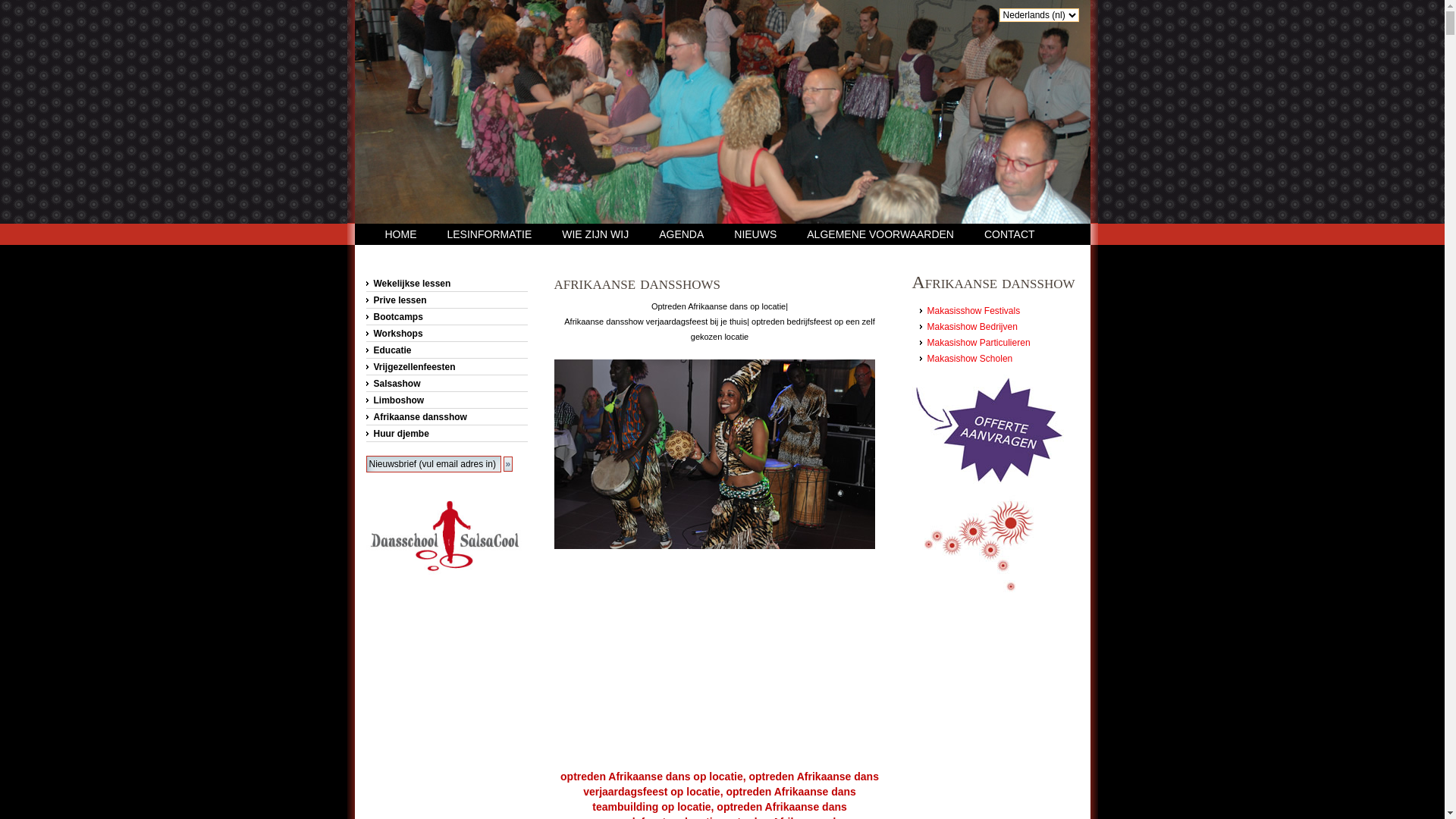 Image resolution: width=1456 pixels, height=819 pixels. I want to click on 'Vrijgezellenfeesten', so click(445, 366).